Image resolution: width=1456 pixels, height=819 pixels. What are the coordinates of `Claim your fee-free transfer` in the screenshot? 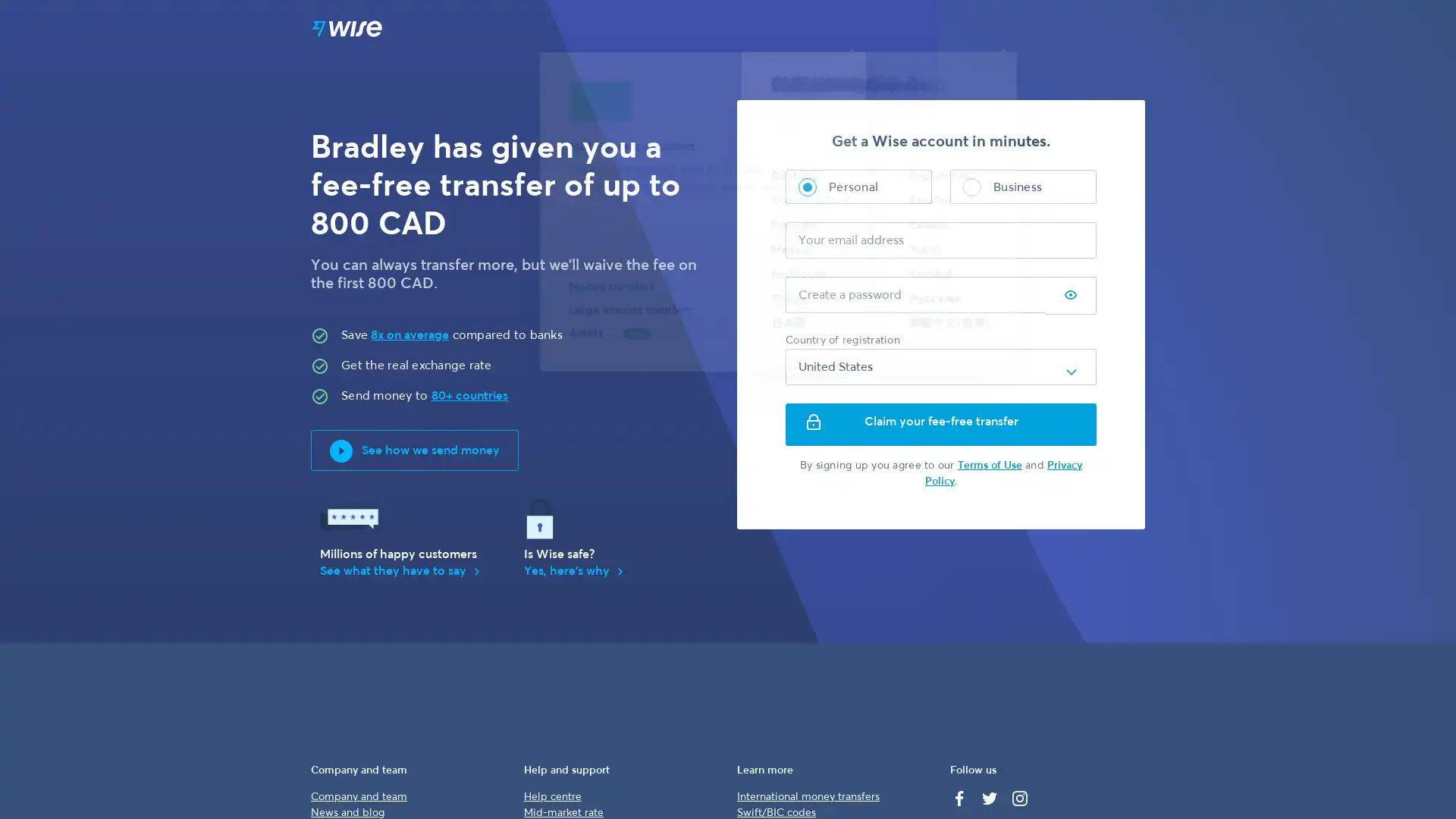 It's located at (940, 424).